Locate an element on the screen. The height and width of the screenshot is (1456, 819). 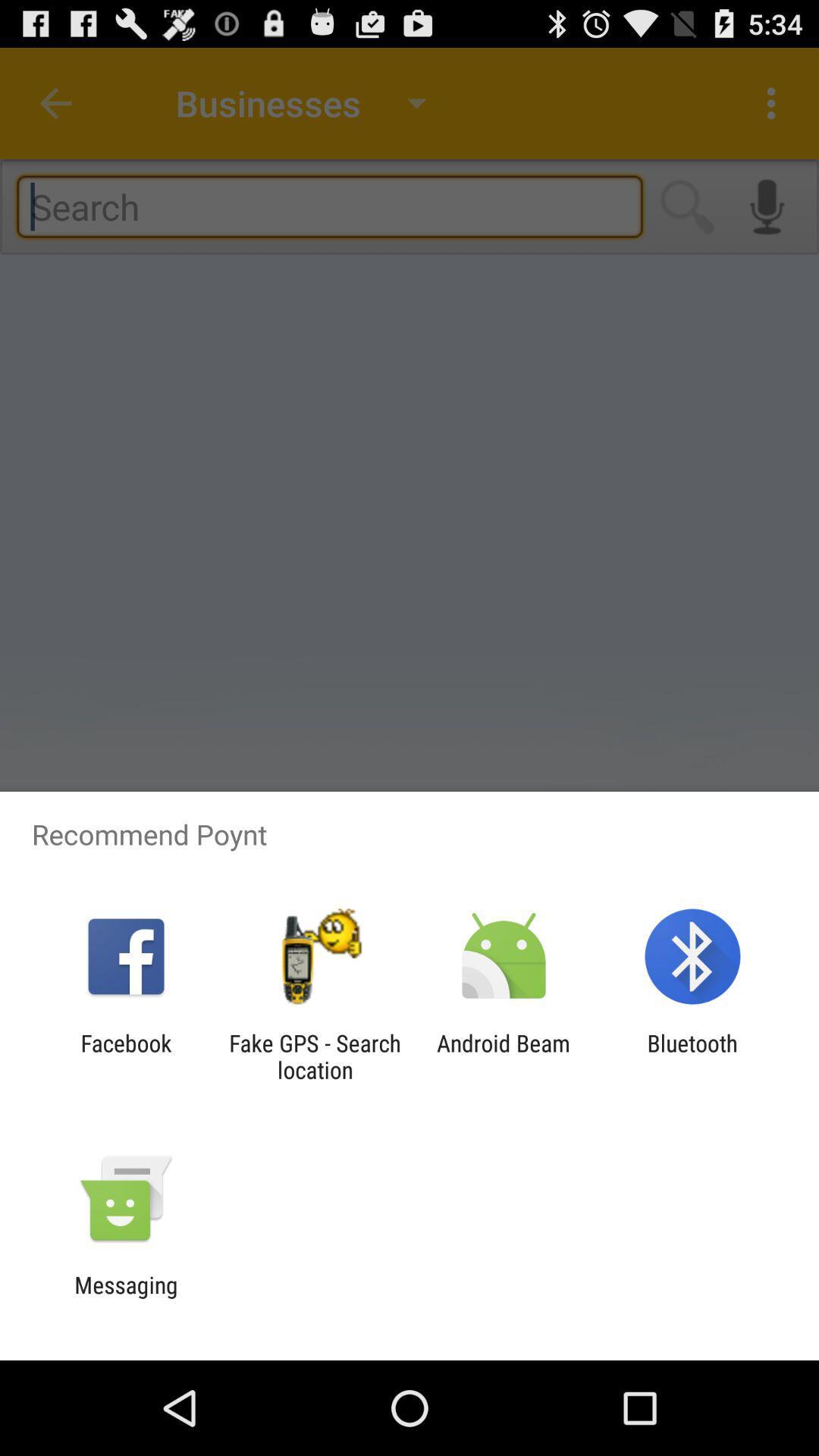
the icon next to fake gps search item is located at coordinates (504, 1056).